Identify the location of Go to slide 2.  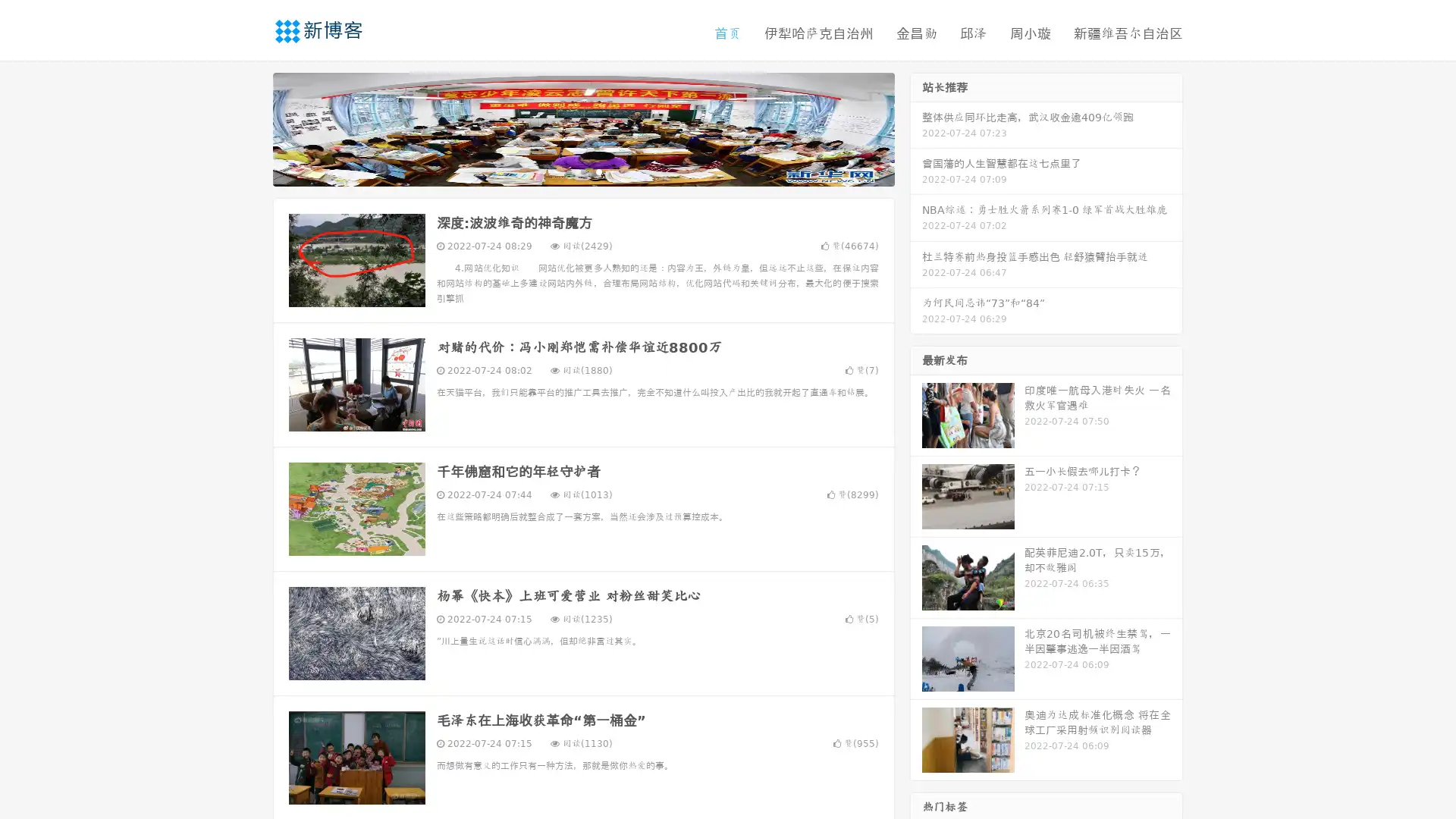
(582, 171).